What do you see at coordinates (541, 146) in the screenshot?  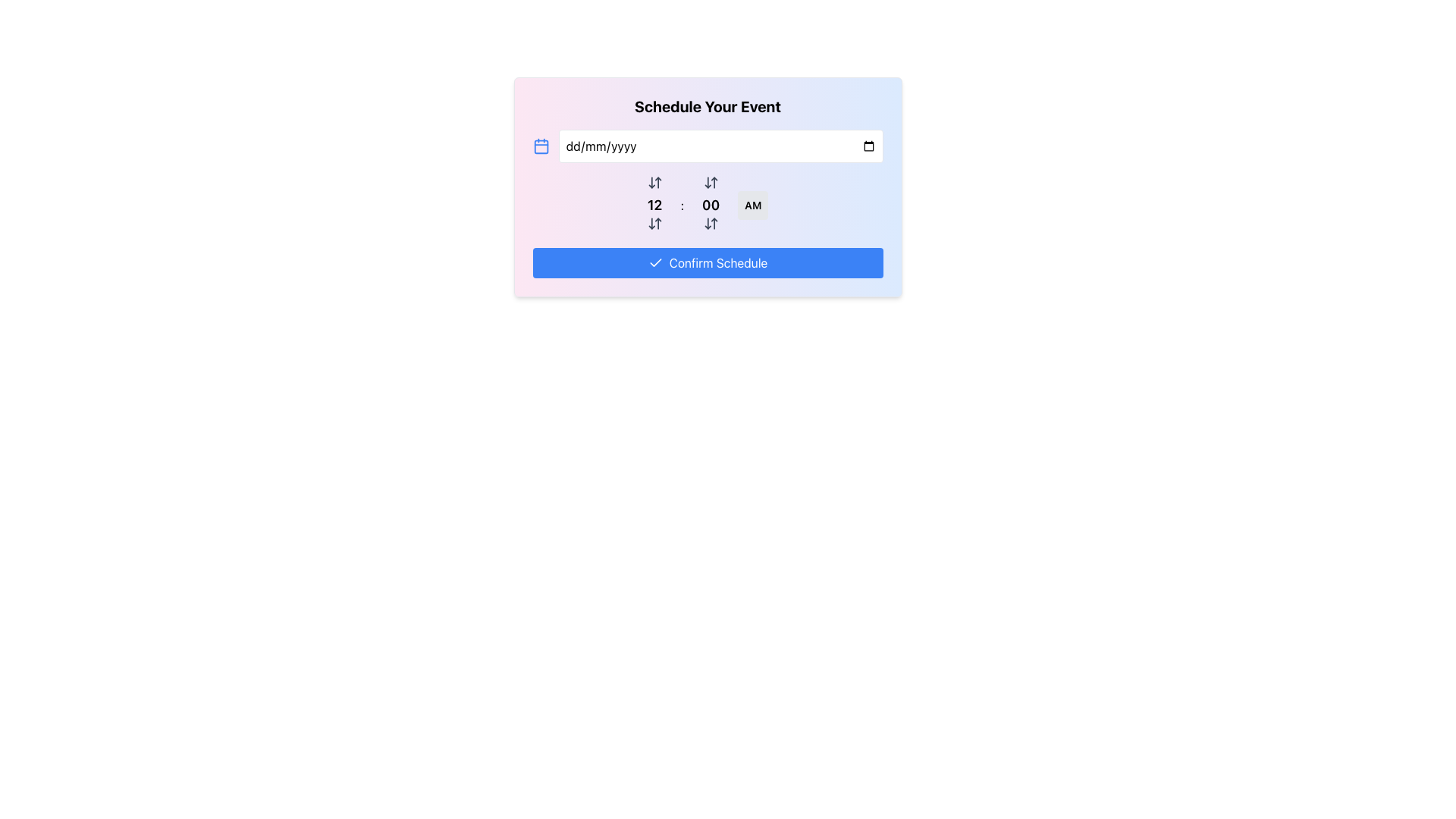 I see `the central rectangular area of the blue calendar icon, which is located to the left of the 'dd/mm/yyyy' text input box` at bounding box center [541, 146].